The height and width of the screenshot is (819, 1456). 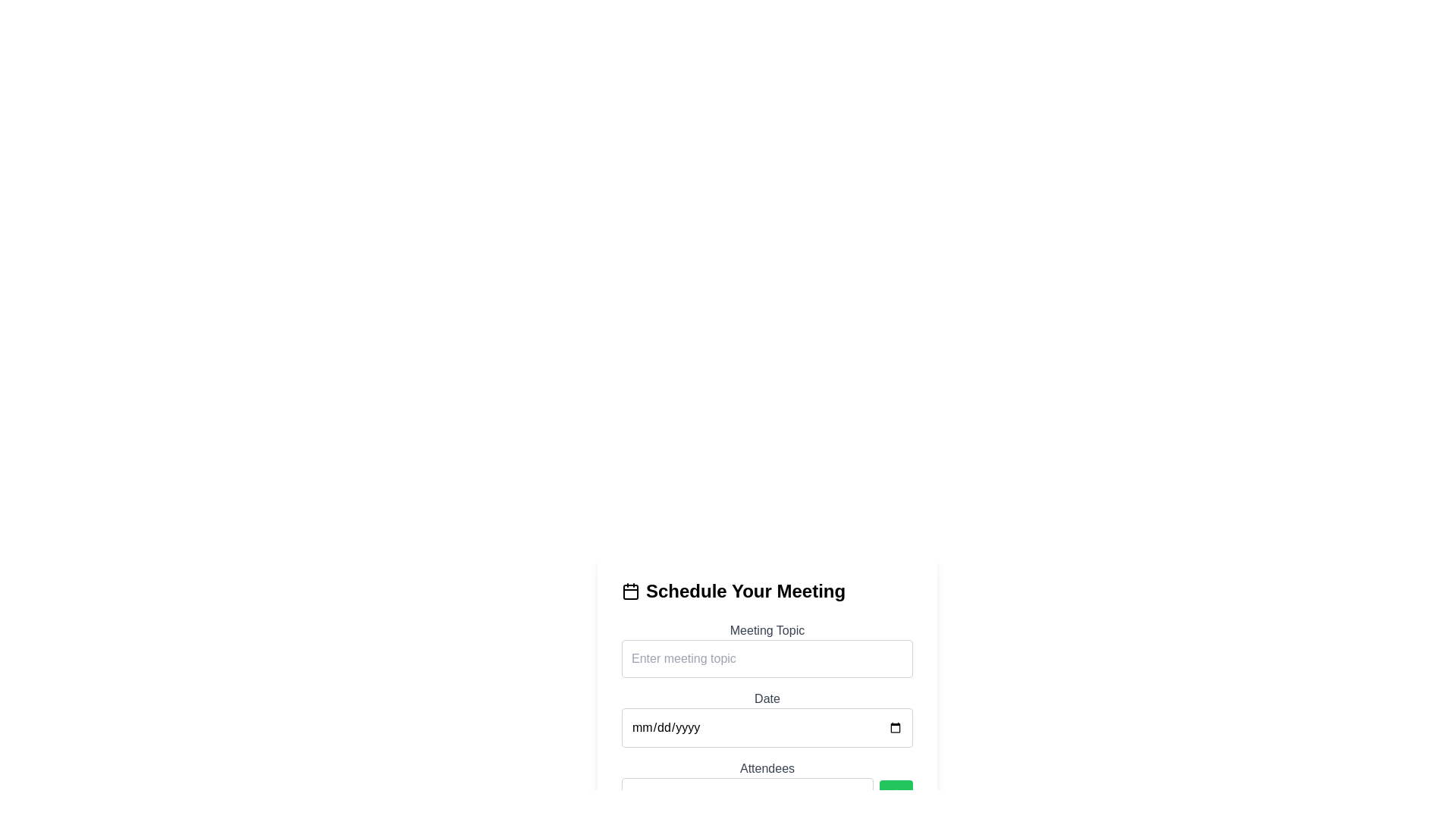 I want to click on the static text label indicating the purpose of the input fields for adding attendees, located in the 'Schedule Your Meeting' section, so click(x=767, y=769).